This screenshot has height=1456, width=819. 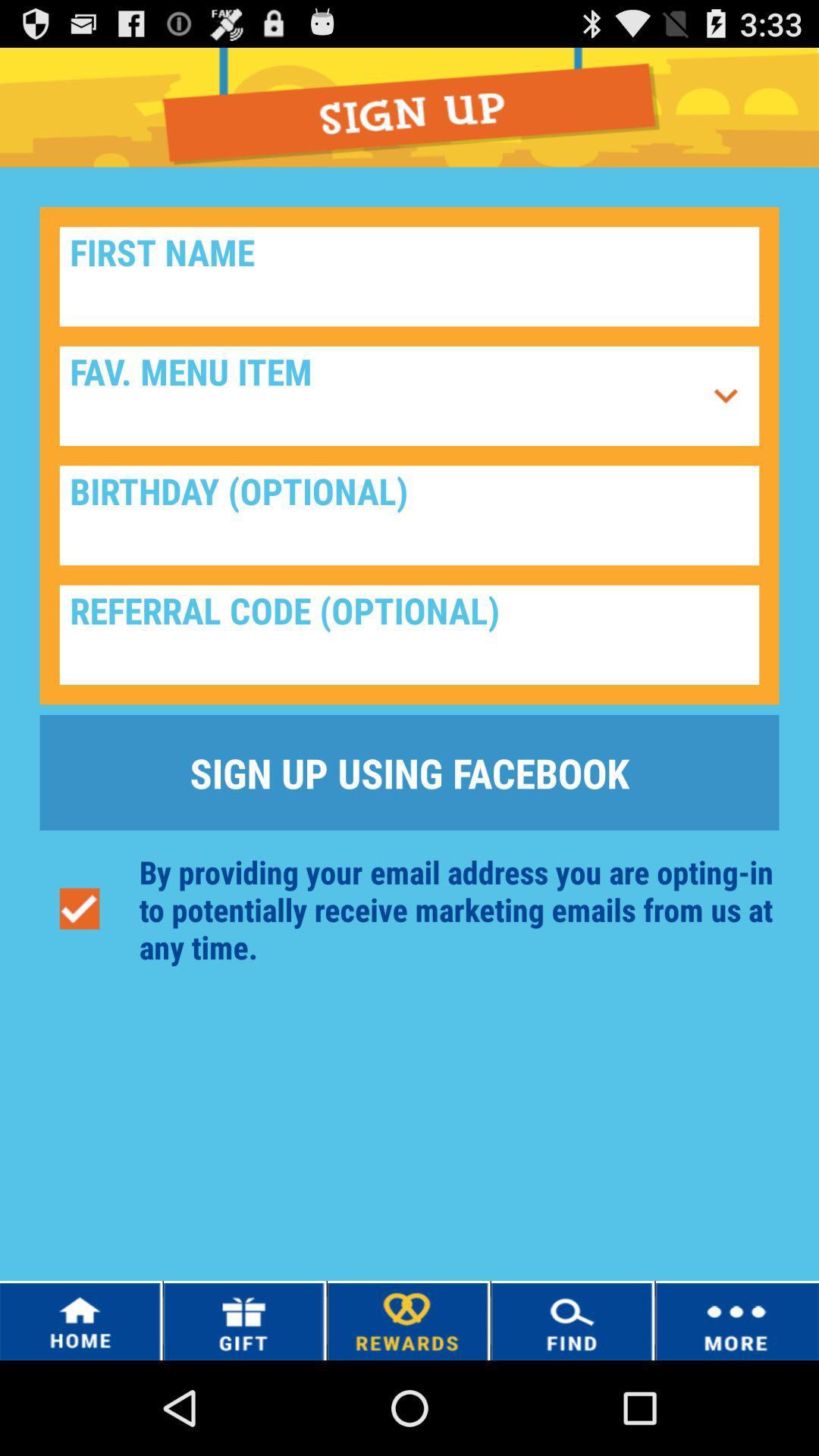 What do you see at coordinates (725, 396) in the screenshot?
I see `icon at the top right corner` at bounding box center [725, 396].